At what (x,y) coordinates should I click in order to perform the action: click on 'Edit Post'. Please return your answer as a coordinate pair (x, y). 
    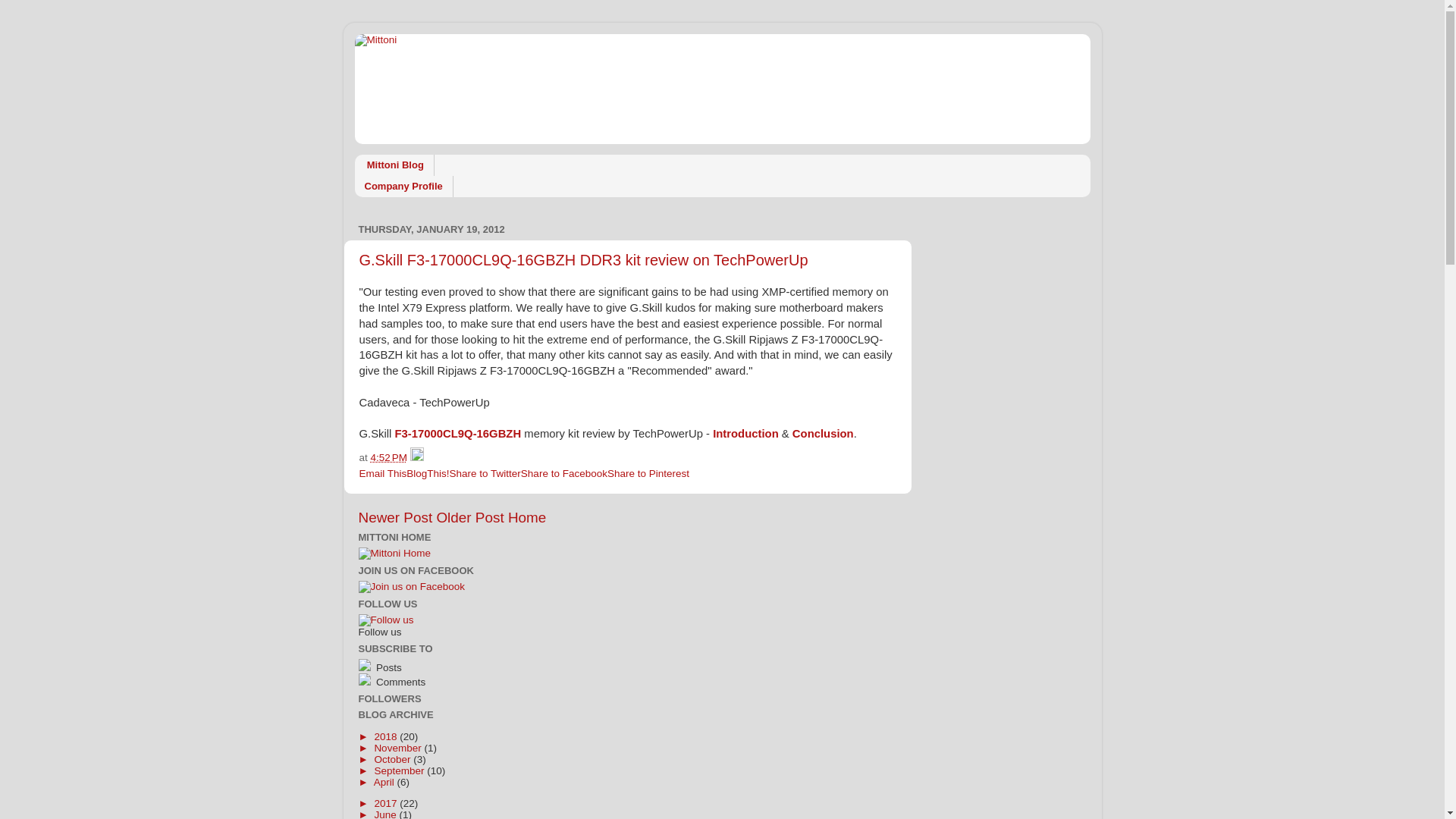
    Looking at the image, I should click on (417, 457).